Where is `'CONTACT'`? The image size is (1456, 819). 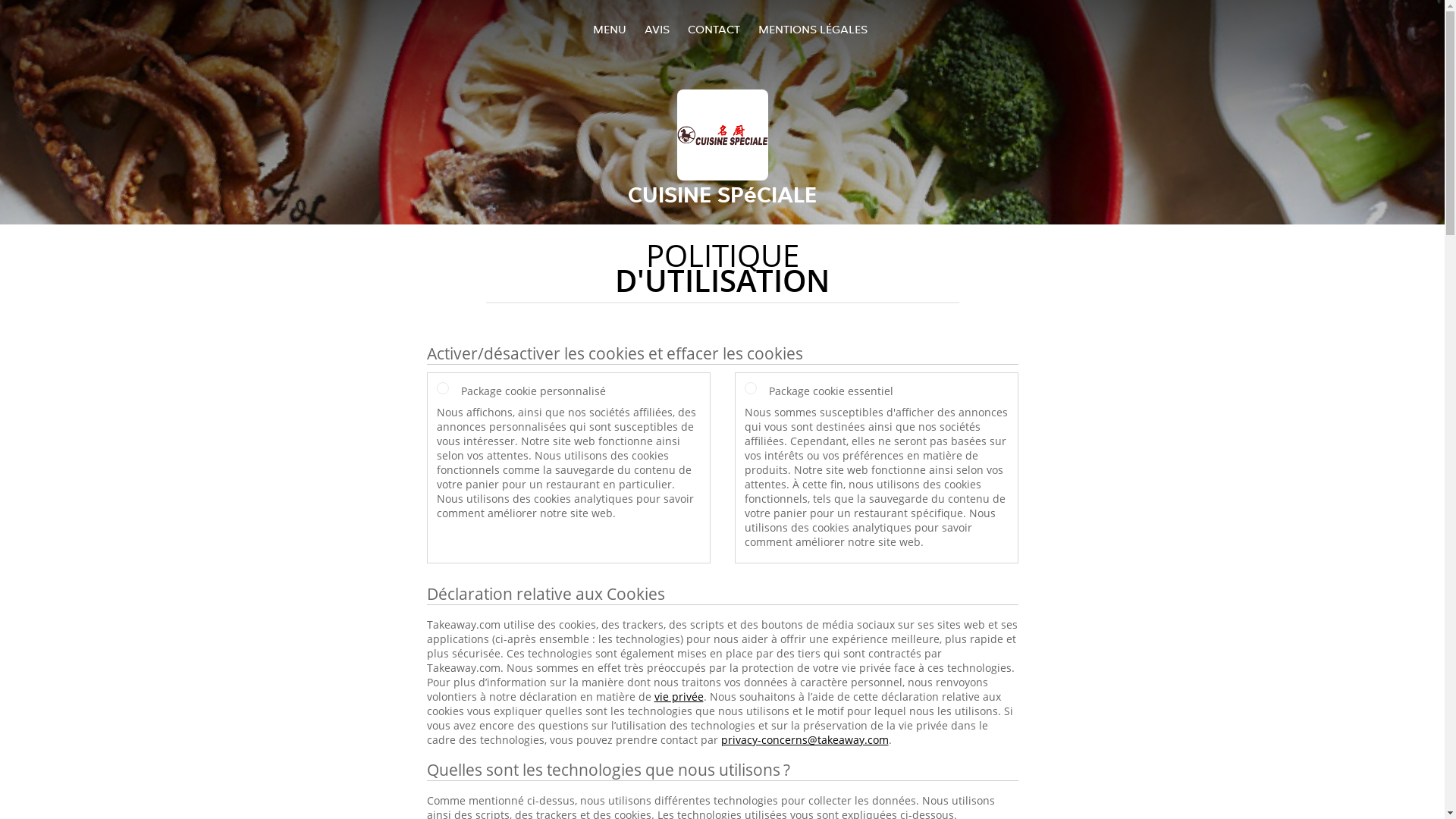
'CONTACT' is located at coordinates (712, 29).